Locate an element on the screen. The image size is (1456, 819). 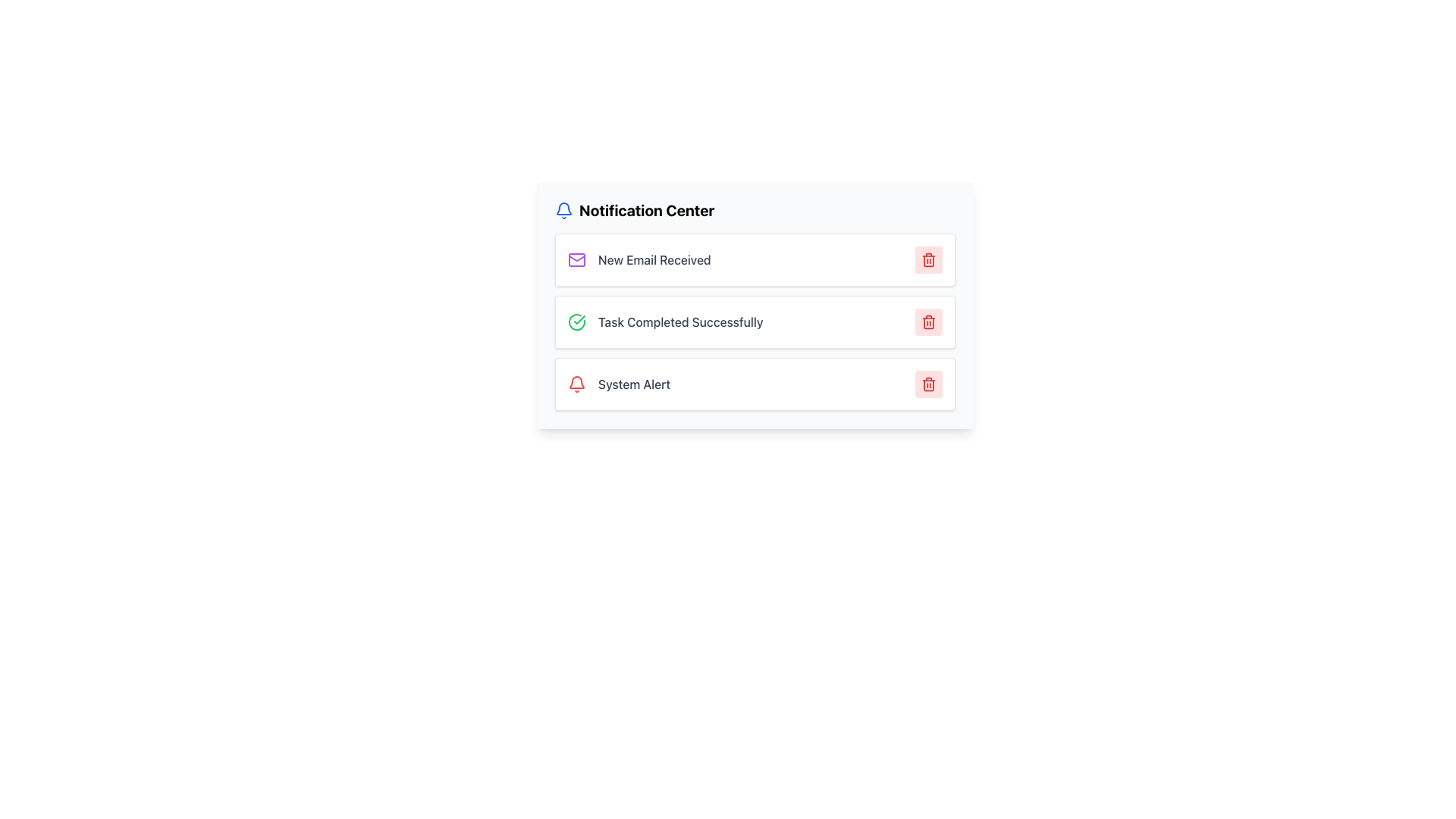
the static text label that serves as the title for the notification panel, located immediately to the right of the blue bell icon is located at coordinates (647, 210).